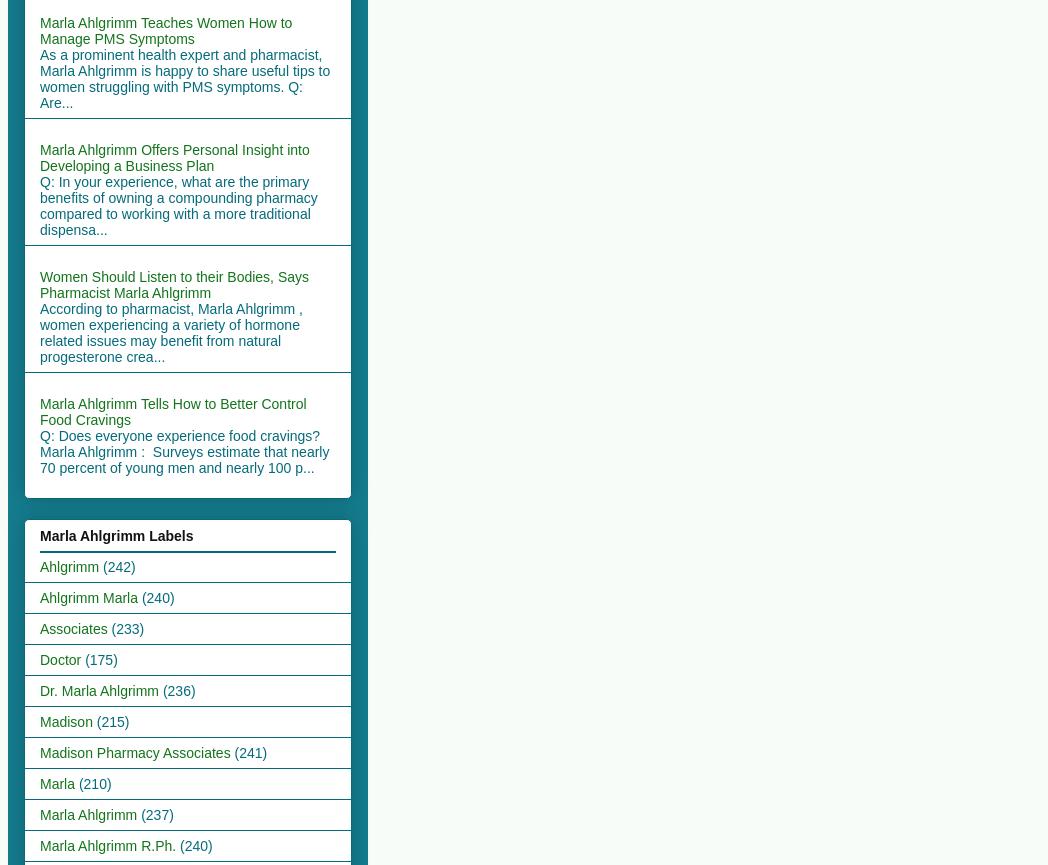 The height and width of the screenshot is (865, 1048). I want to click on '(210)', so click(93, 781).